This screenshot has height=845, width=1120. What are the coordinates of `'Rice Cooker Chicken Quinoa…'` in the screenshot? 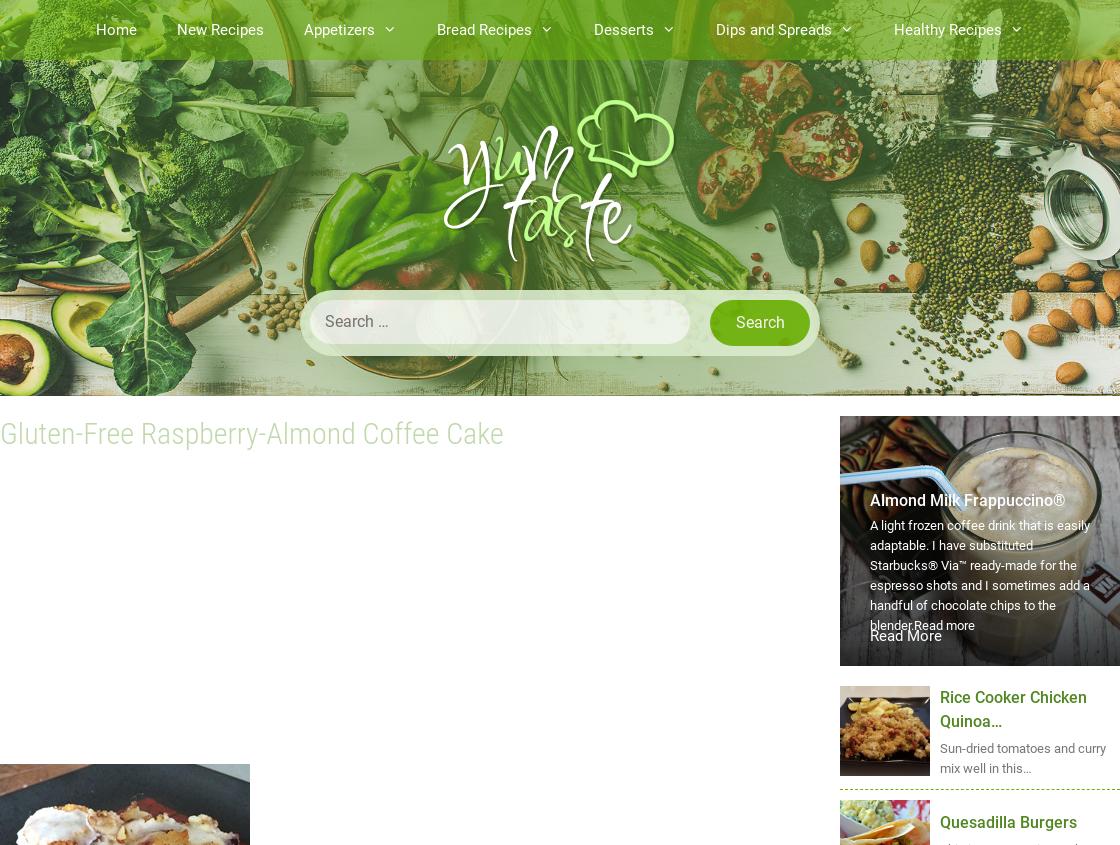 It's located at (940, 708).